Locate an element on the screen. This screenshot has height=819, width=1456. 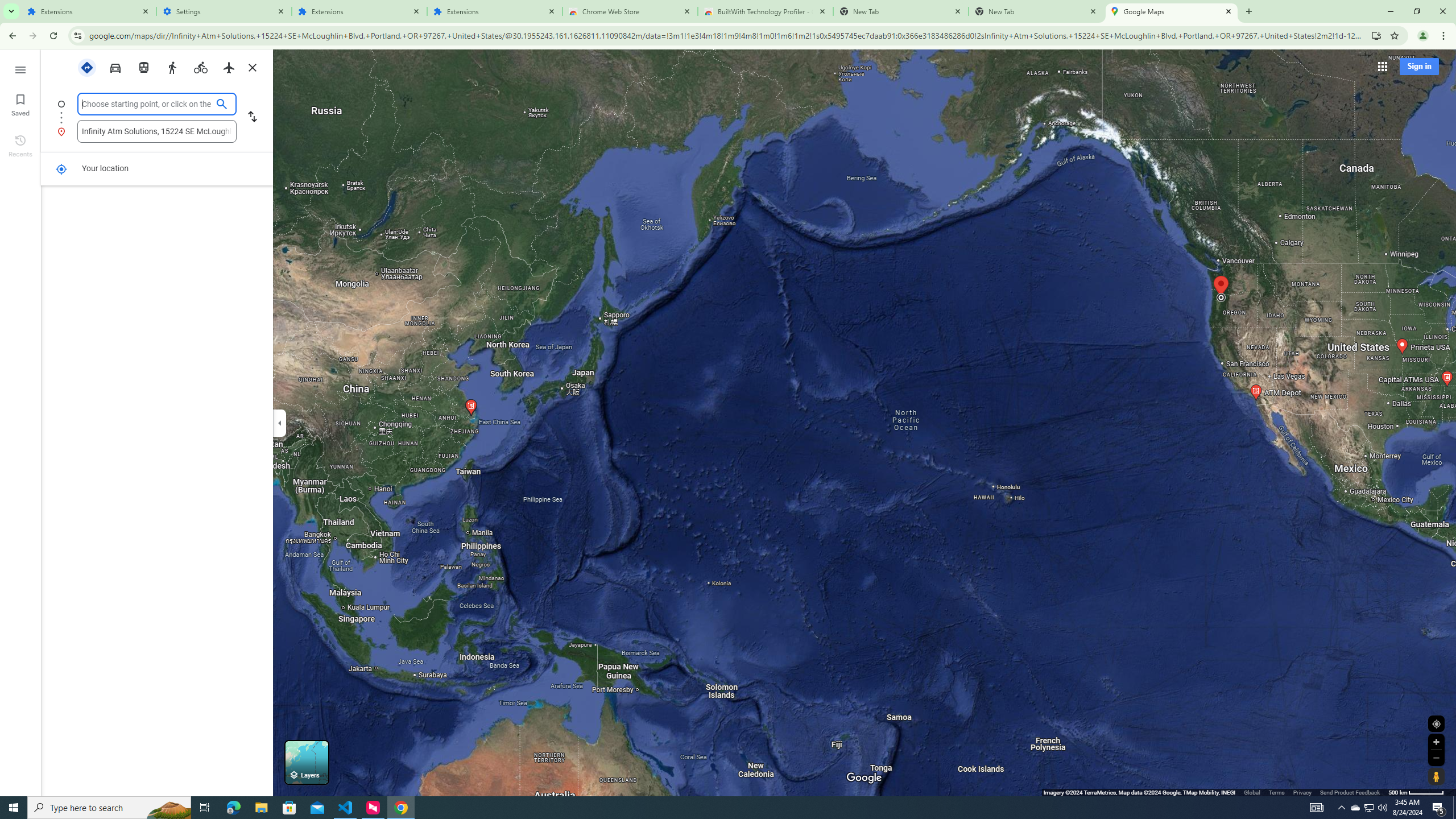
'Google Maps' is located at coordinates (1171, 11).